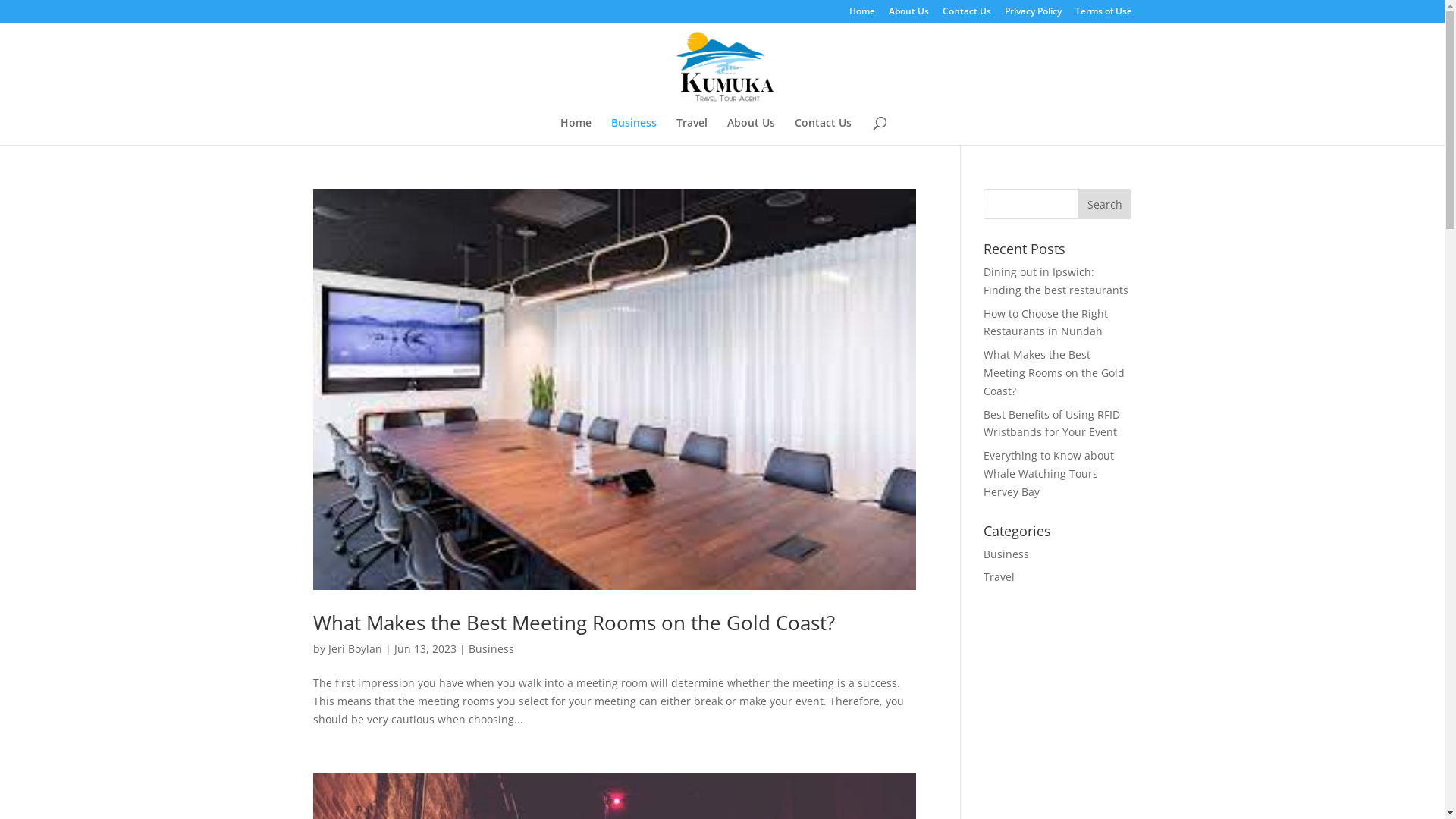  What do you see at coordinates (750, 130) in the screenshot?
I see `'About Us'` at bounding box center [750, 130].